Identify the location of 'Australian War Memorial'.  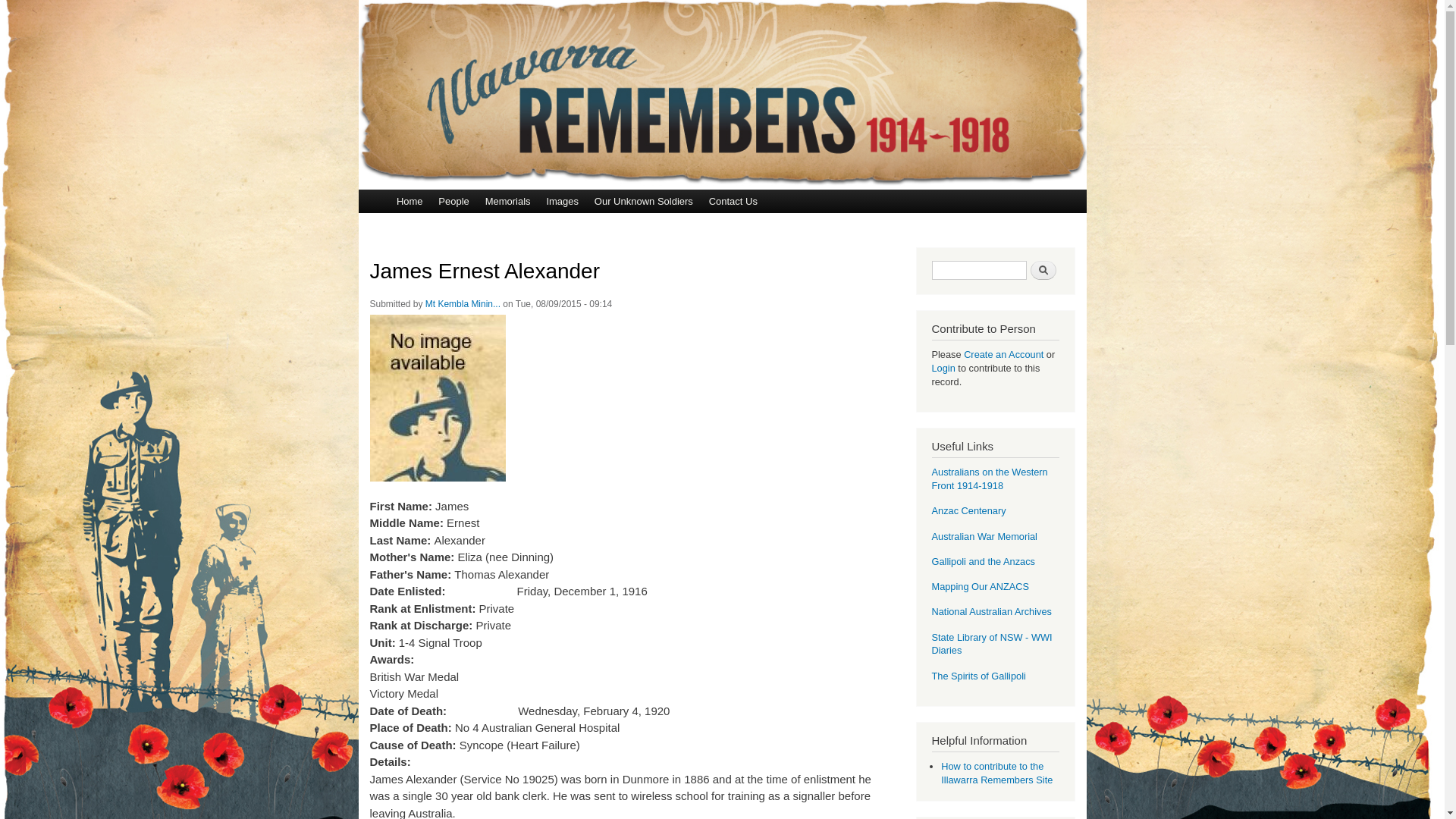
(984, 535).